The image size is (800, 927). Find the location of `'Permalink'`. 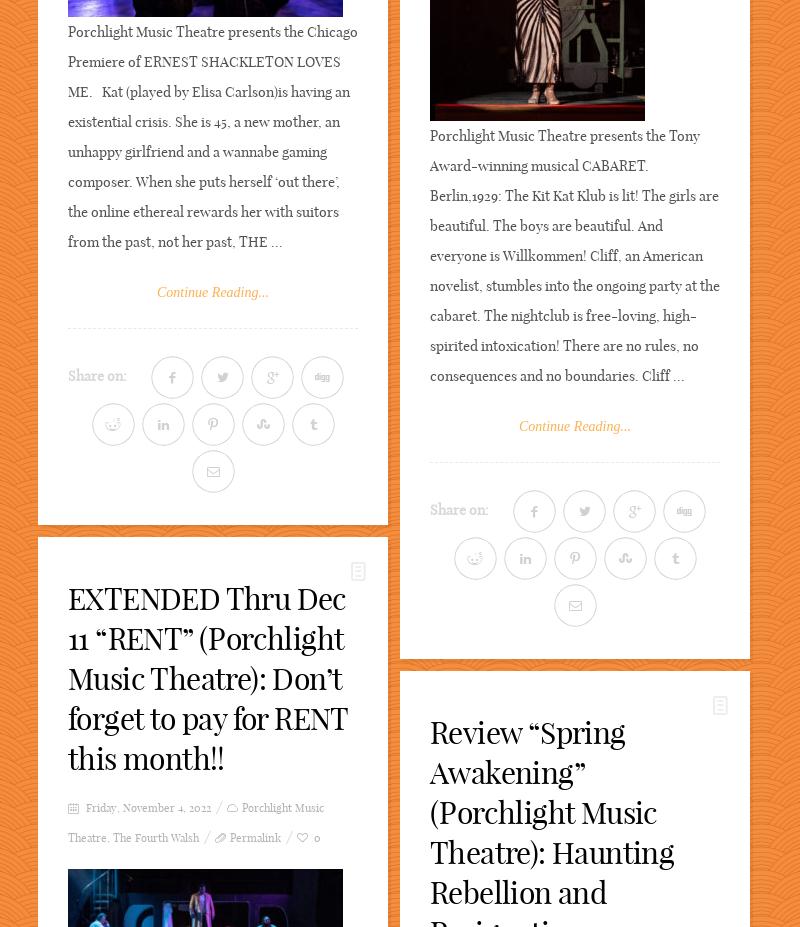

'Permalink' is located at coordinates (229, 838).